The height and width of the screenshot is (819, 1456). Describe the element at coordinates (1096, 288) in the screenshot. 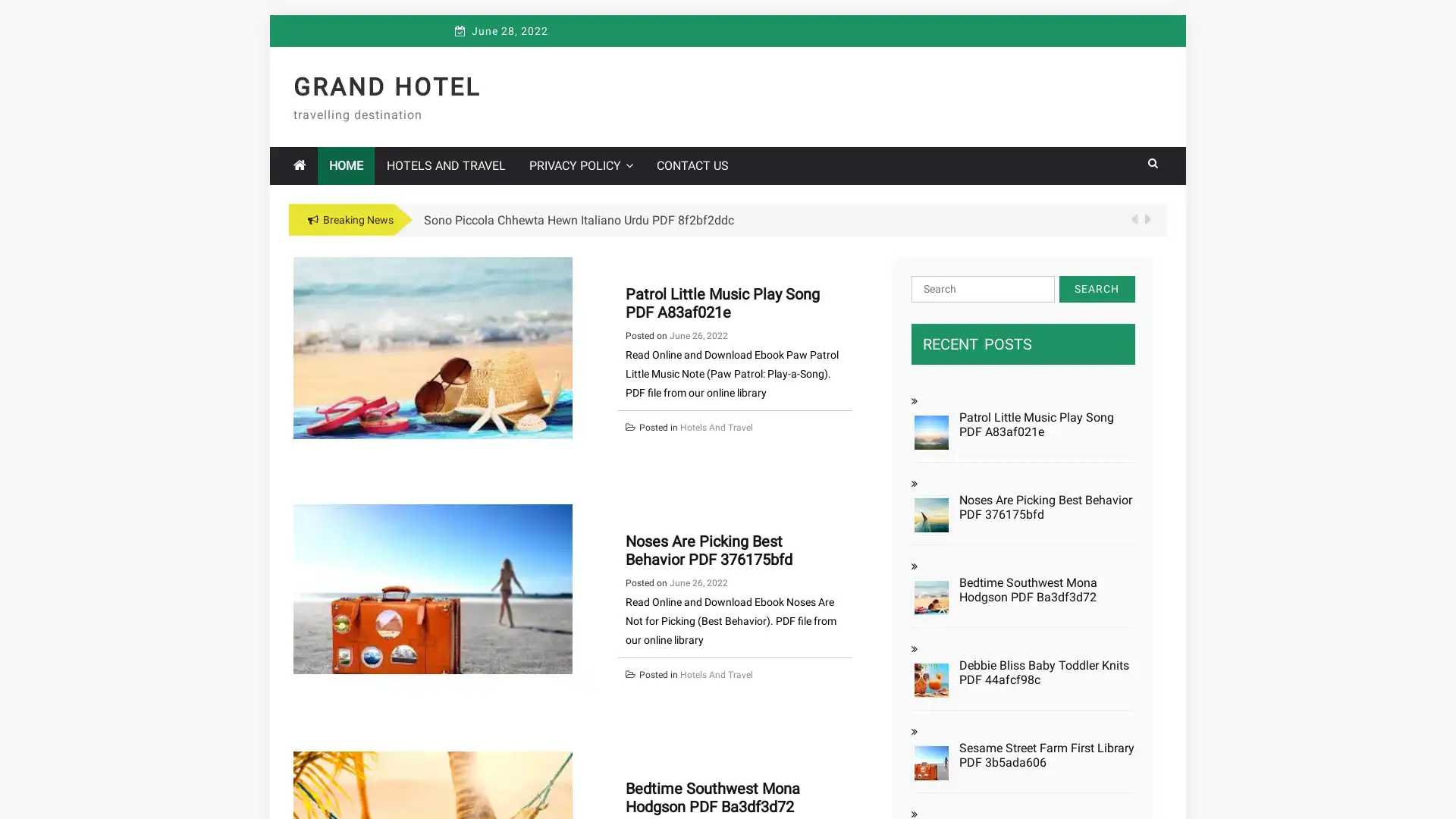

I see `Search` at that location.